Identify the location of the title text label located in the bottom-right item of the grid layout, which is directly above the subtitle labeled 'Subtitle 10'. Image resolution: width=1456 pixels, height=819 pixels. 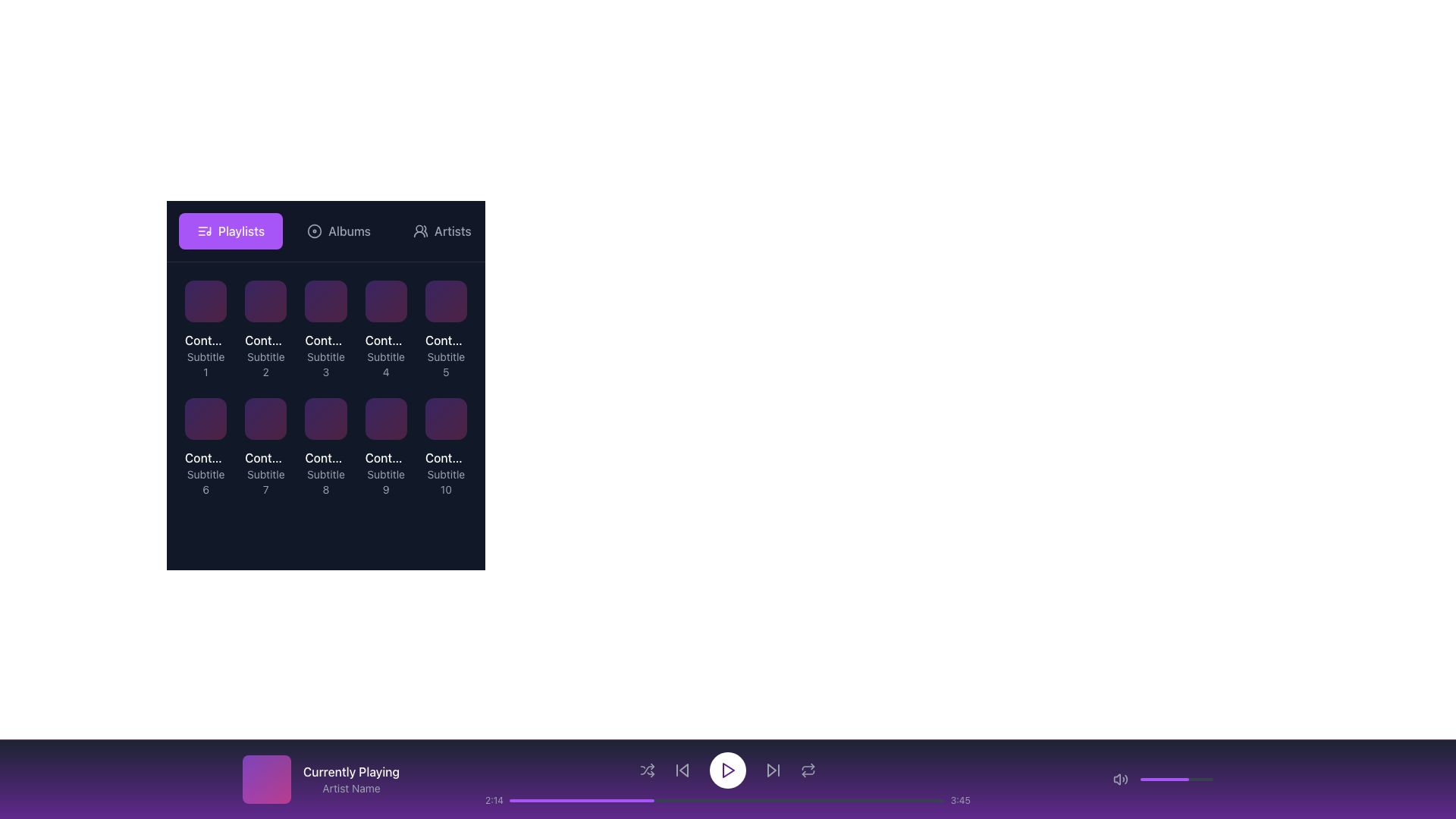
(445, 457).